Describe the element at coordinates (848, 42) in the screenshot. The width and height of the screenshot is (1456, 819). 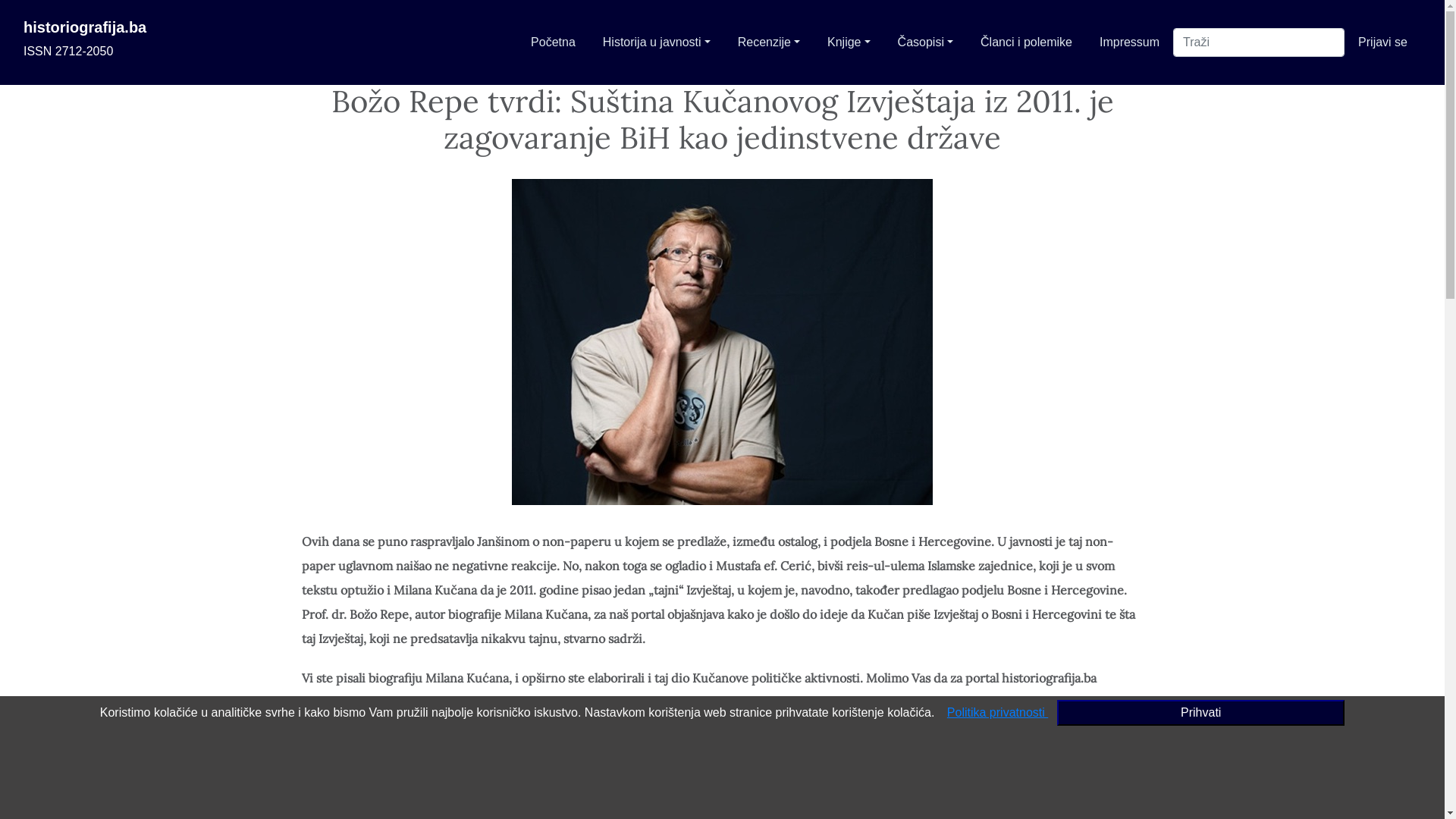
I see `'Knjige'` at that location.